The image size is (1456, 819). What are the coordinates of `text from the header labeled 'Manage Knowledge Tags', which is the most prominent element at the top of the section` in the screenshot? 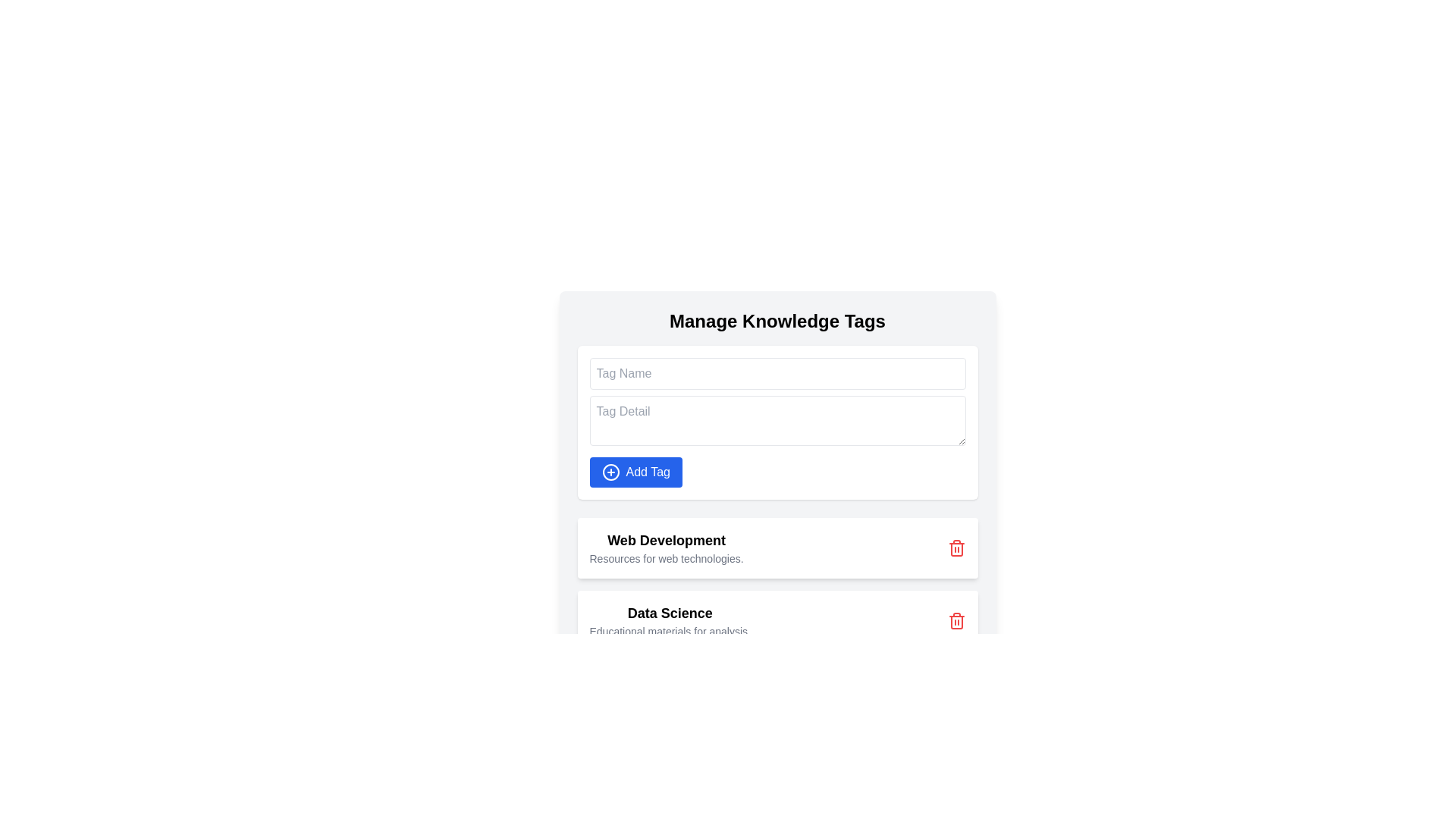 It's located at (777, 321).